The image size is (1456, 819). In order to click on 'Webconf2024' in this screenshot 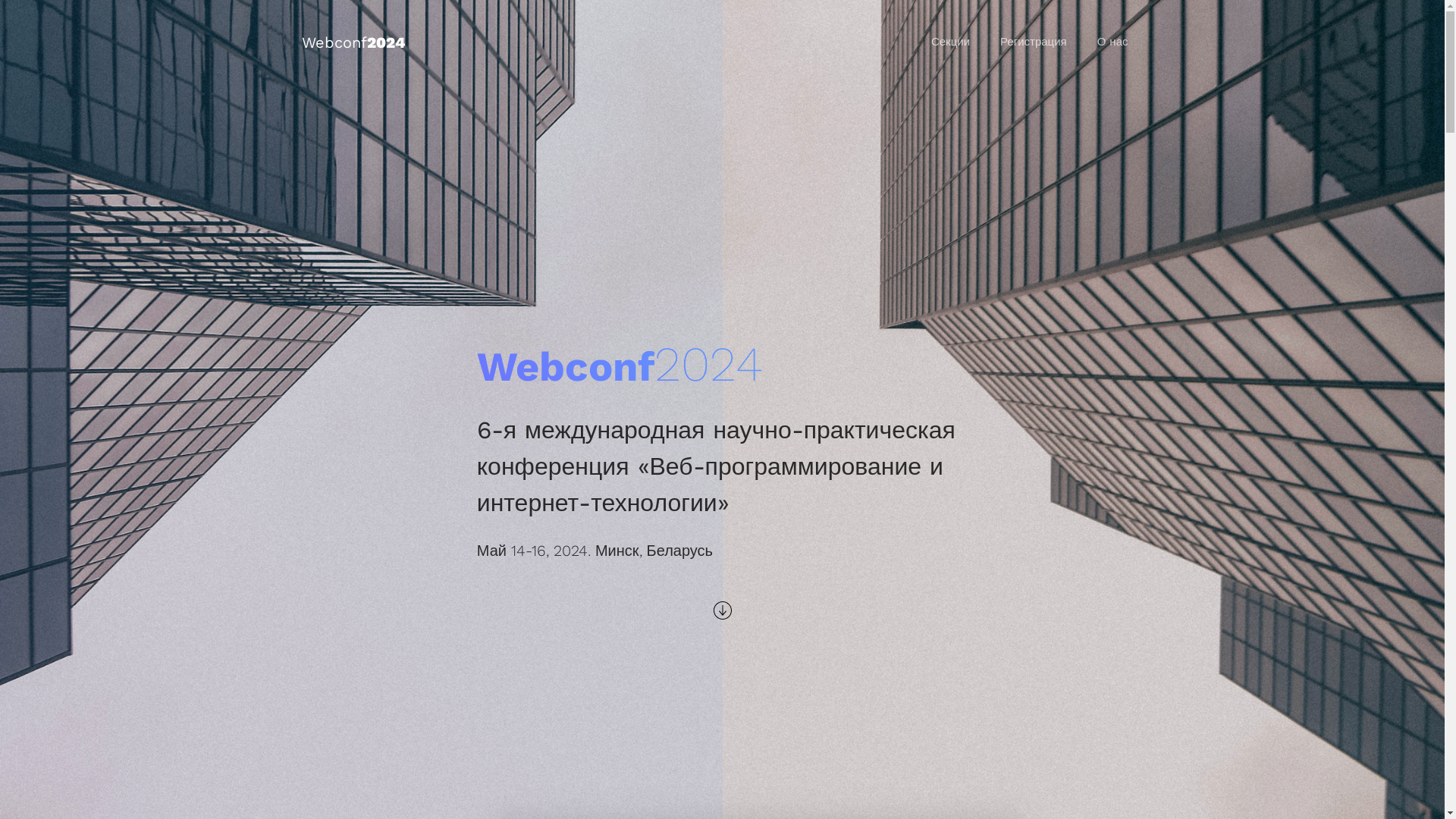, I will do `click(352, 42)`.